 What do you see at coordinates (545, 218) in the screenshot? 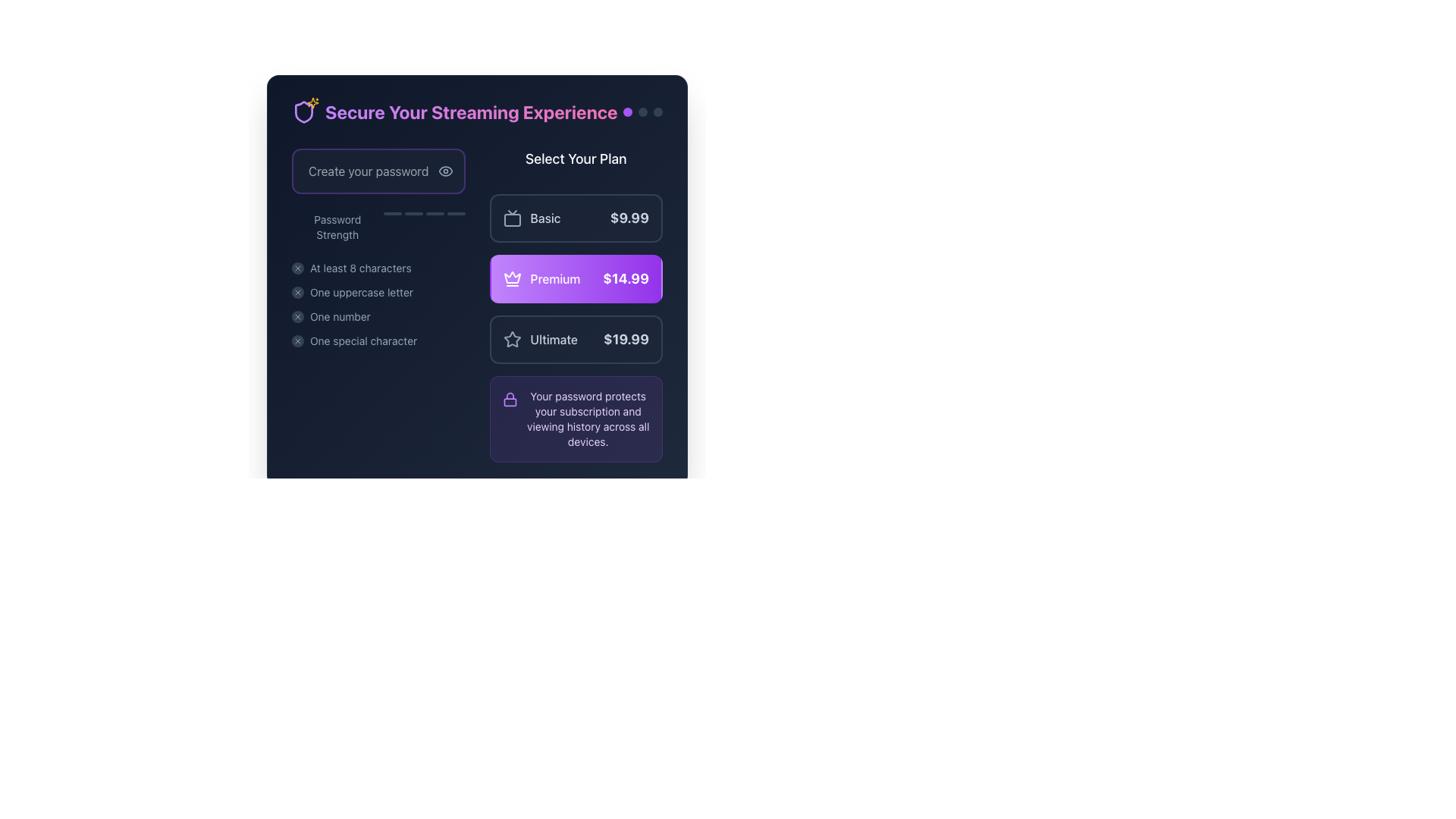
I see `the text label displaying 'Basic' in capitalized light slate gray color, which is part of the subscription plan options interface` at bounding box center [545, 218].